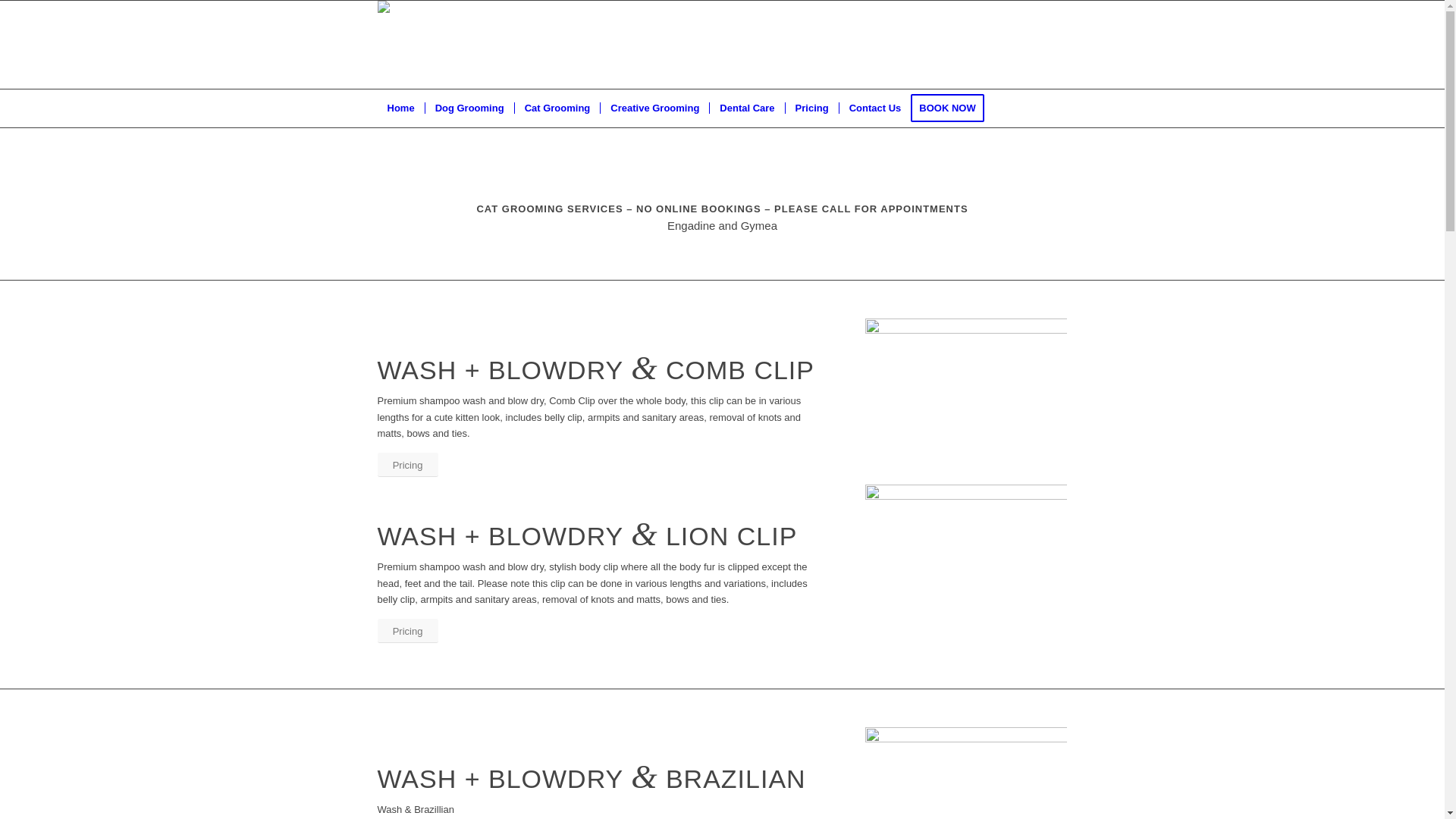  I want to click on 'Pricing', so click(407, 631).